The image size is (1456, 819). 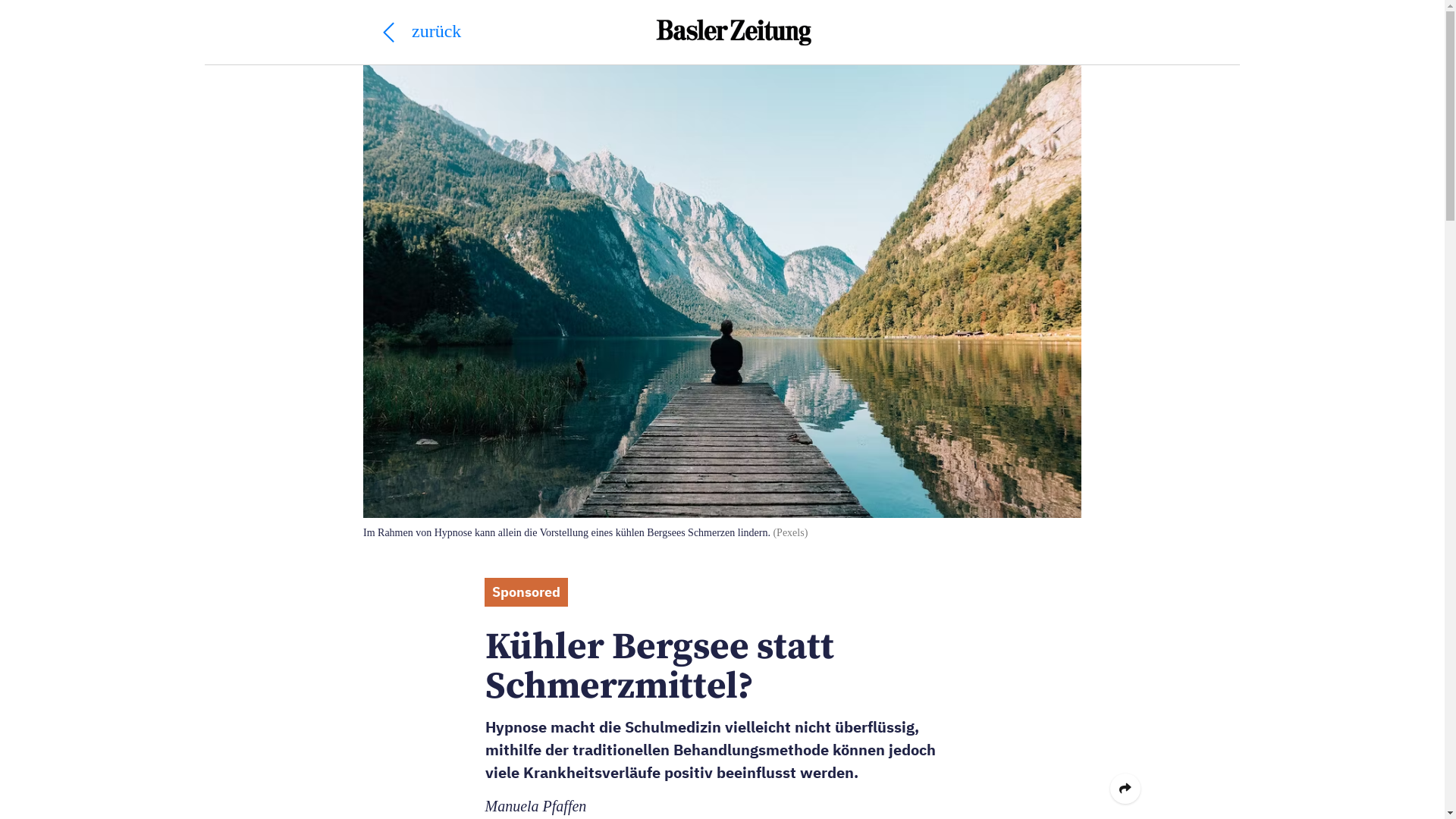 I want to click on 'Basler Zeitung', so click(x=733, y=32).